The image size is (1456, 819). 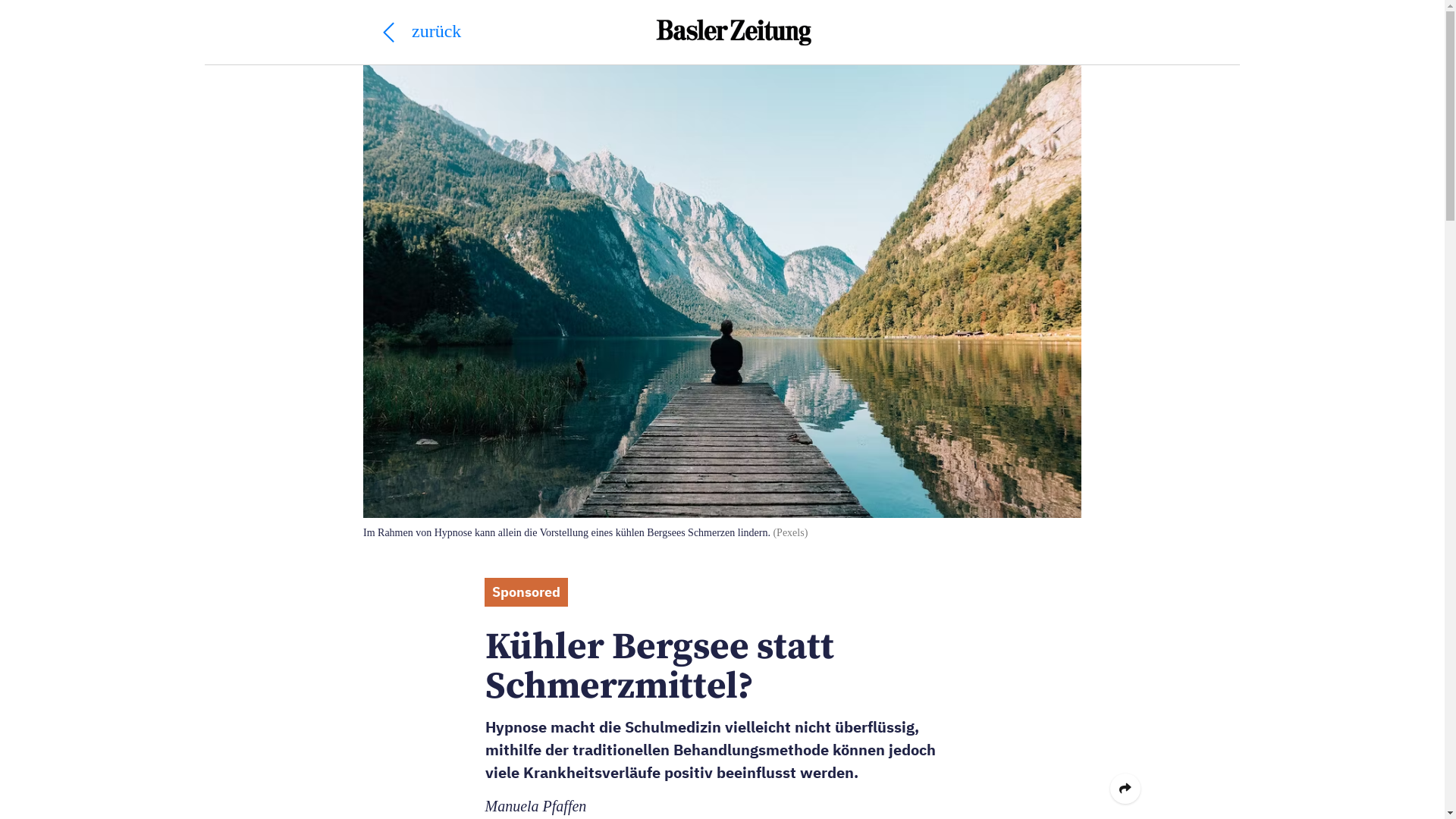 I want to click on 'Basler Zeitung', so click(x=733, y=32).